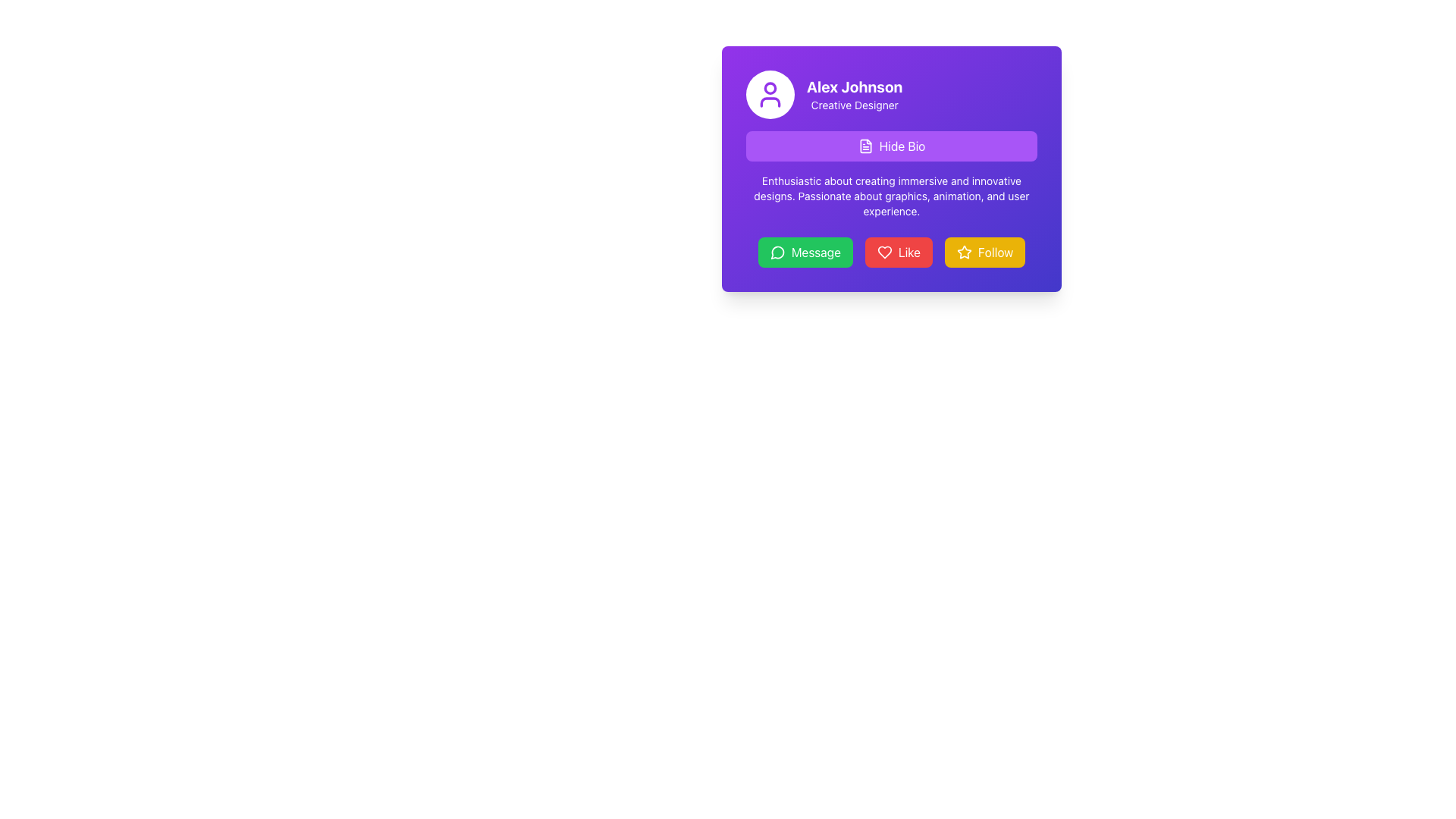 This screenshot has width=1456, height=819. Describe the element at coordinates (892, 174) in the screenshot. I see `descriptive text underneath the 'Hide Bio' button in the compound component with a purple gradient background, located in the middle section of the card for 'Alex Johnson Creative Designer'` at that location.